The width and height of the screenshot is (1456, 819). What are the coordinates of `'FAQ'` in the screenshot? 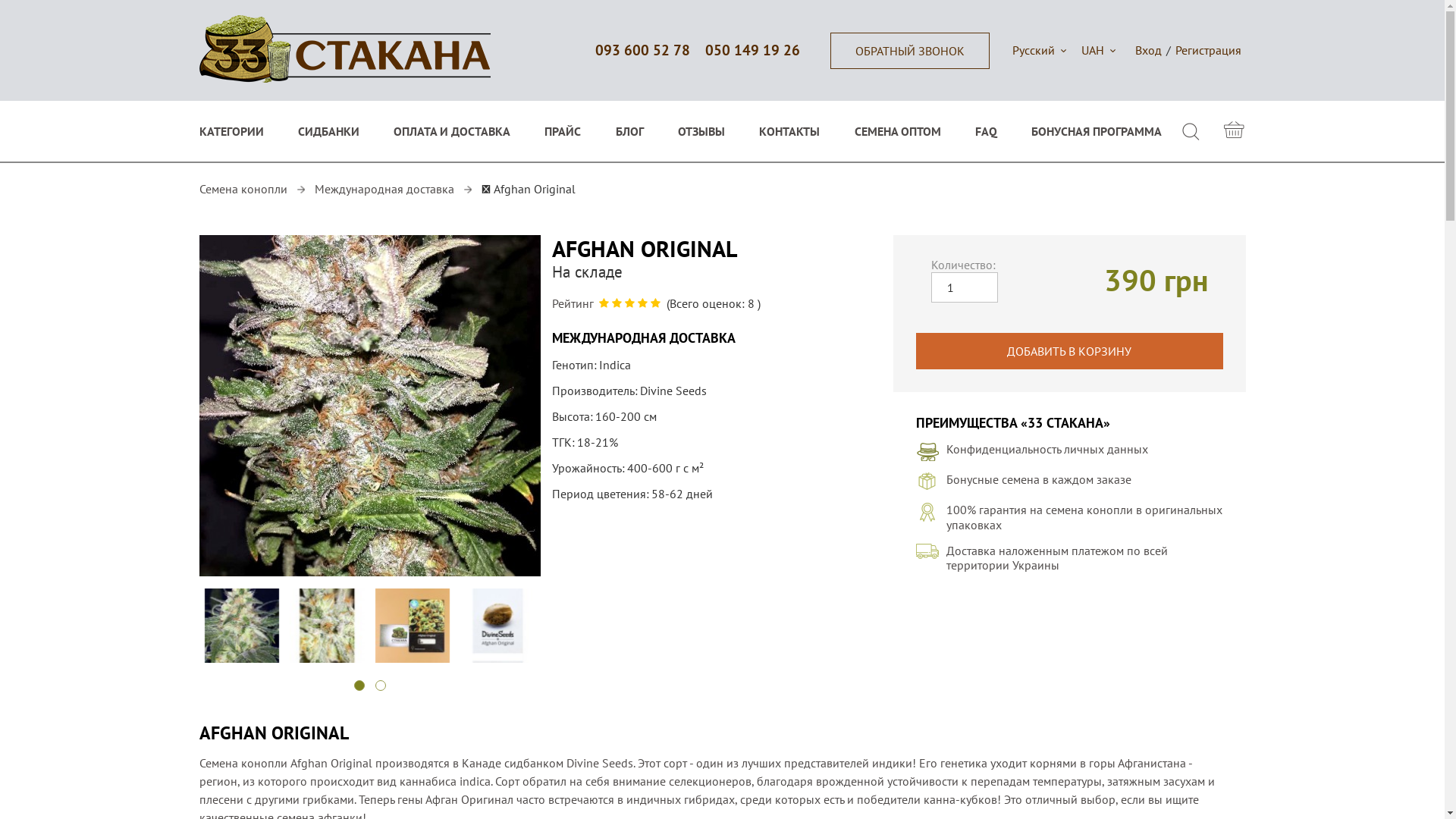 It's located at (986, 130).